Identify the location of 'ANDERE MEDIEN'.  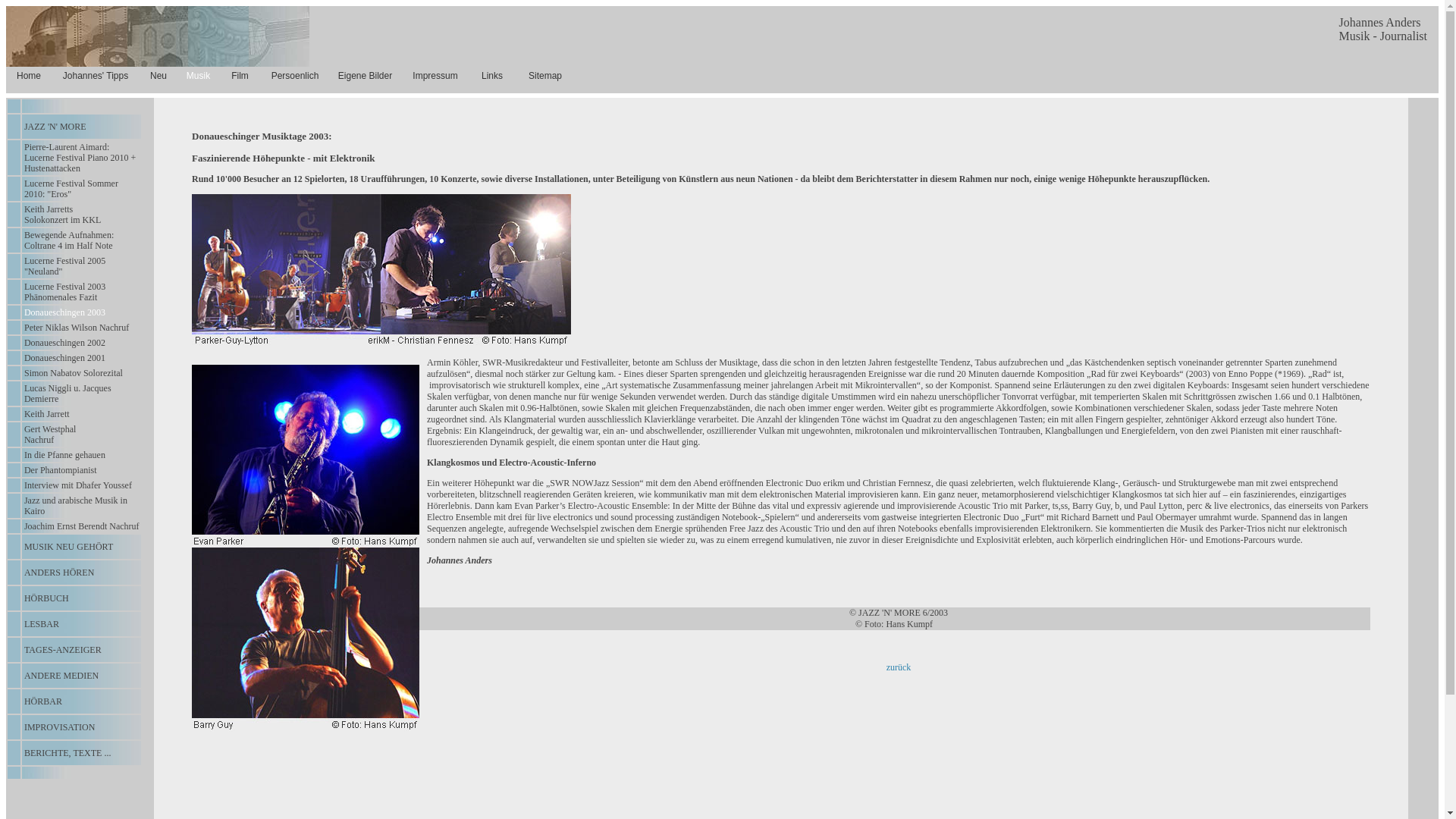
(61, 675).